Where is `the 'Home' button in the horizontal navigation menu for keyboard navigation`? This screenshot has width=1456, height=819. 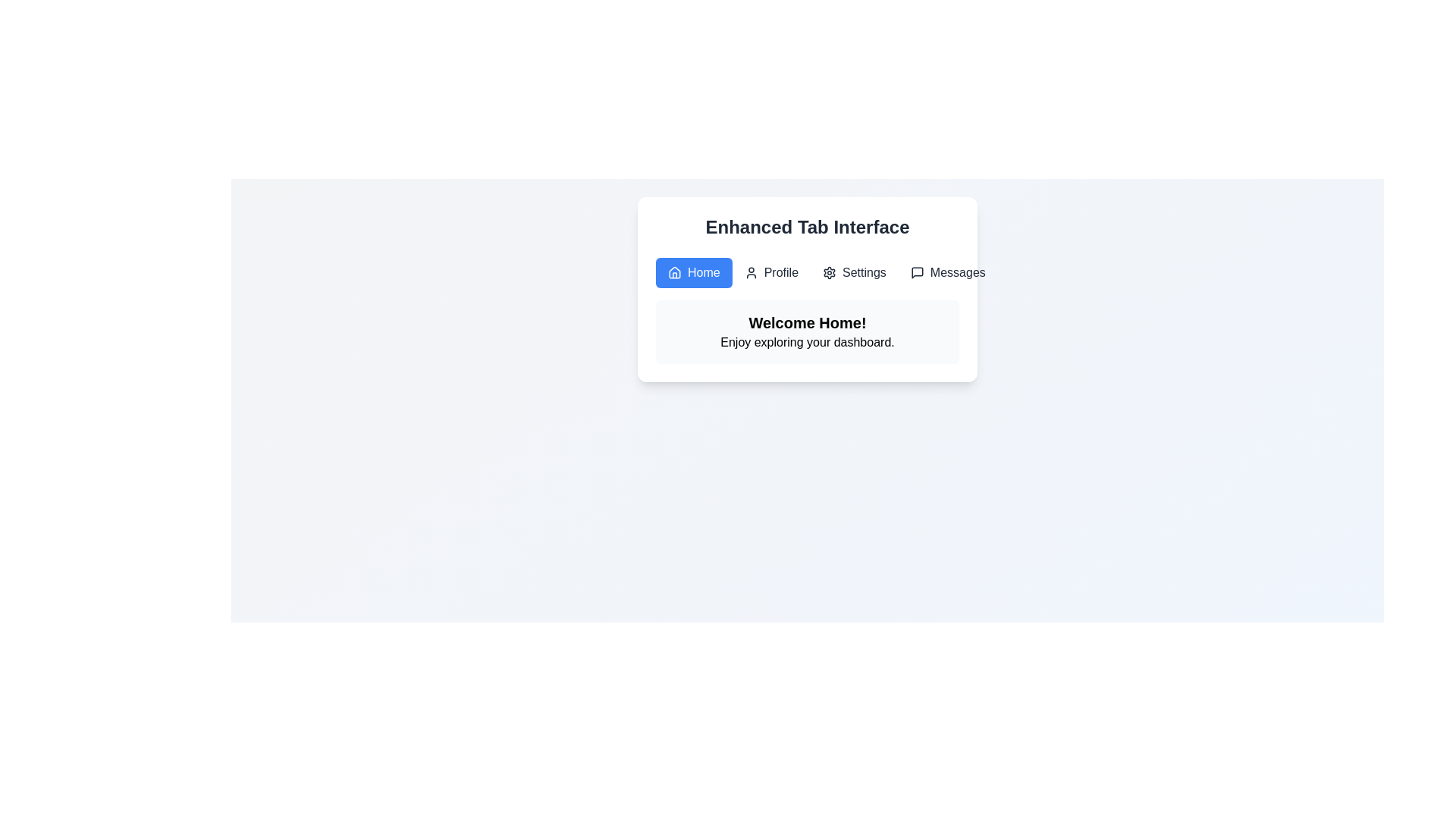
the 'Home' button in the horizontal navigation menu for keyboard navigation is located at coordinates (693, 271).